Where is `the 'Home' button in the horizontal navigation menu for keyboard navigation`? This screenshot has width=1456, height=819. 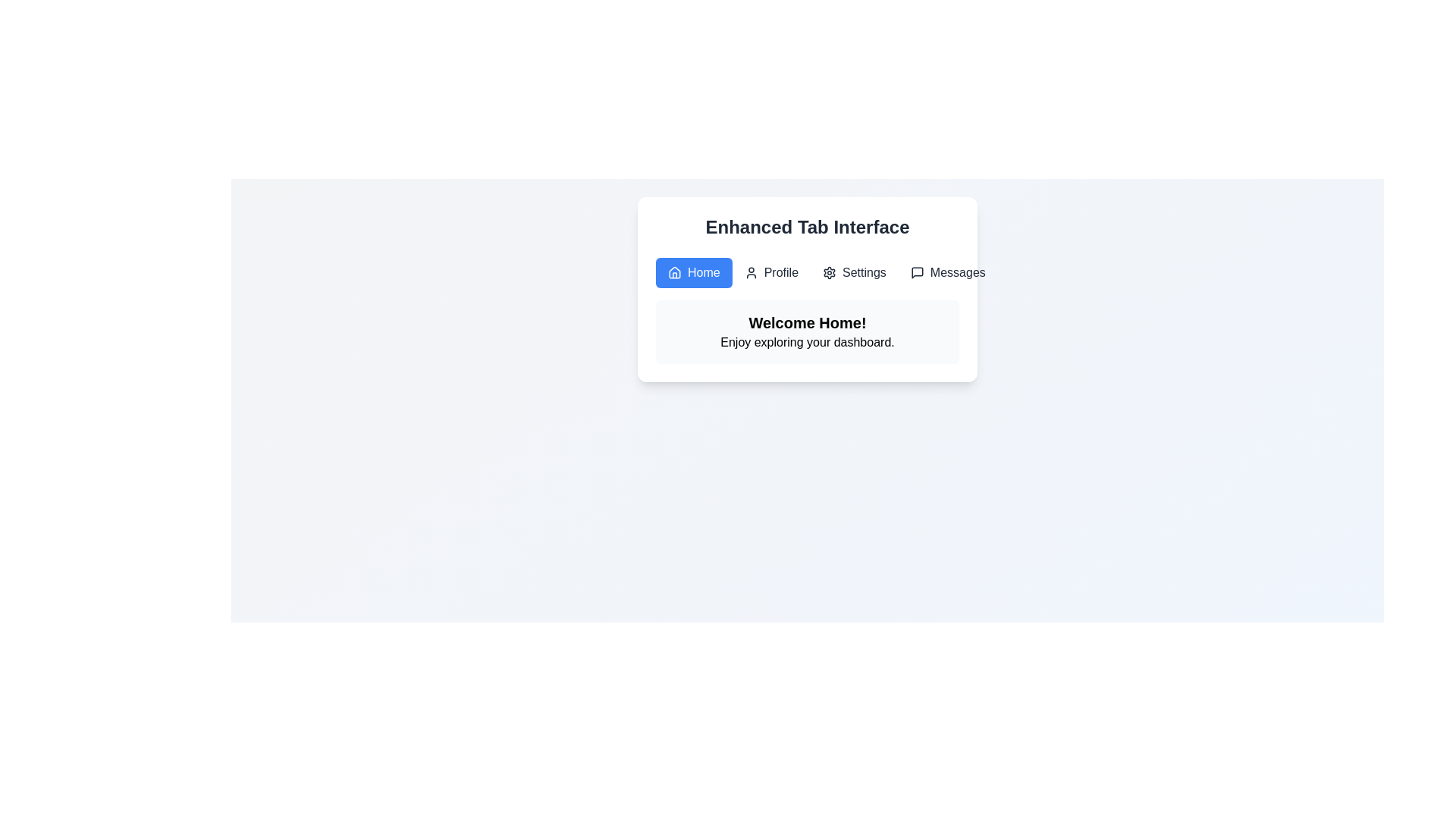
the 'Home' button in the horizontal navigation menu for keyboard navigation is located at coordinates (693, 271).